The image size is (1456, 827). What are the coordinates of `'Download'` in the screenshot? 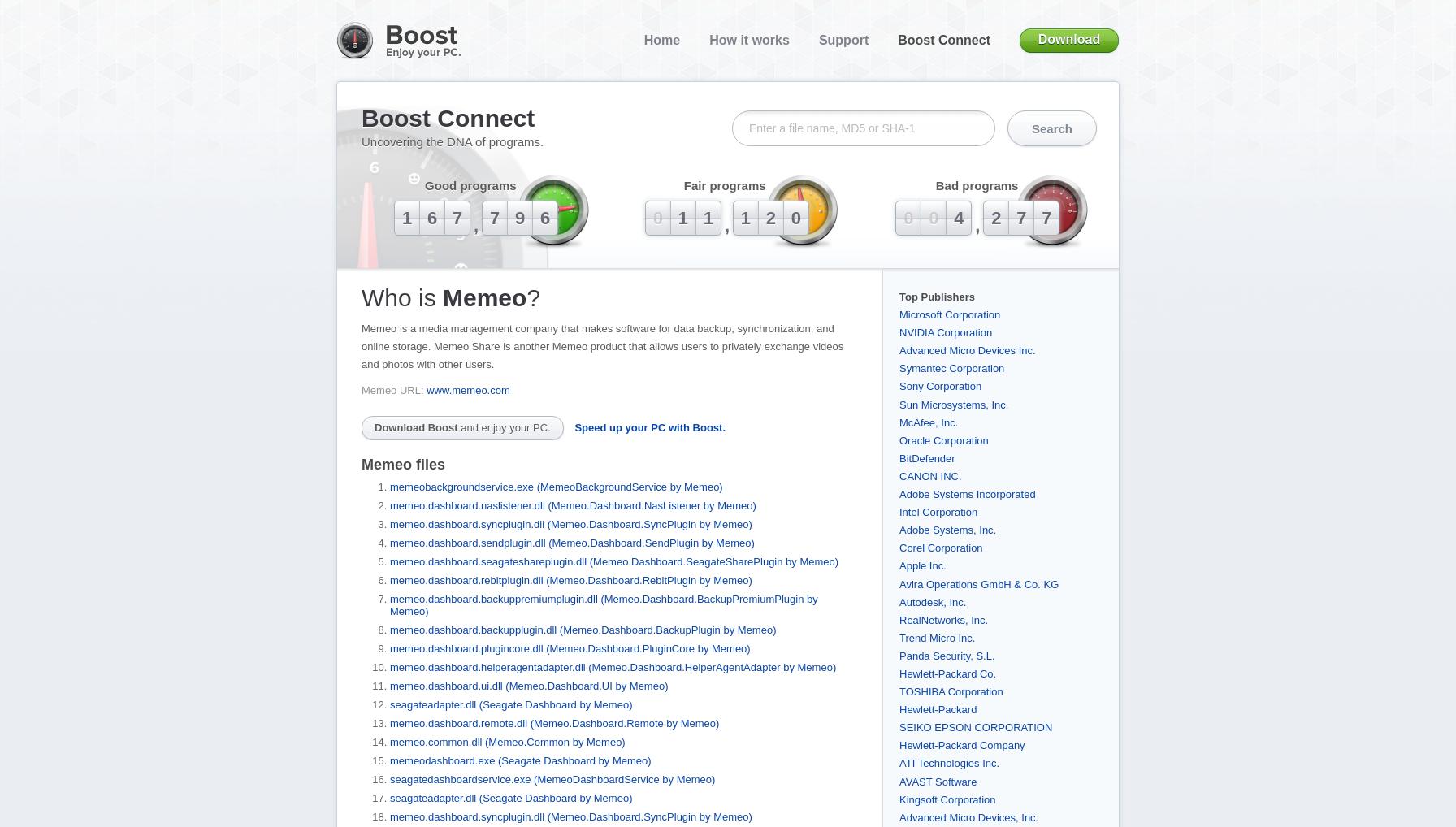 It's located at (1068, 38).